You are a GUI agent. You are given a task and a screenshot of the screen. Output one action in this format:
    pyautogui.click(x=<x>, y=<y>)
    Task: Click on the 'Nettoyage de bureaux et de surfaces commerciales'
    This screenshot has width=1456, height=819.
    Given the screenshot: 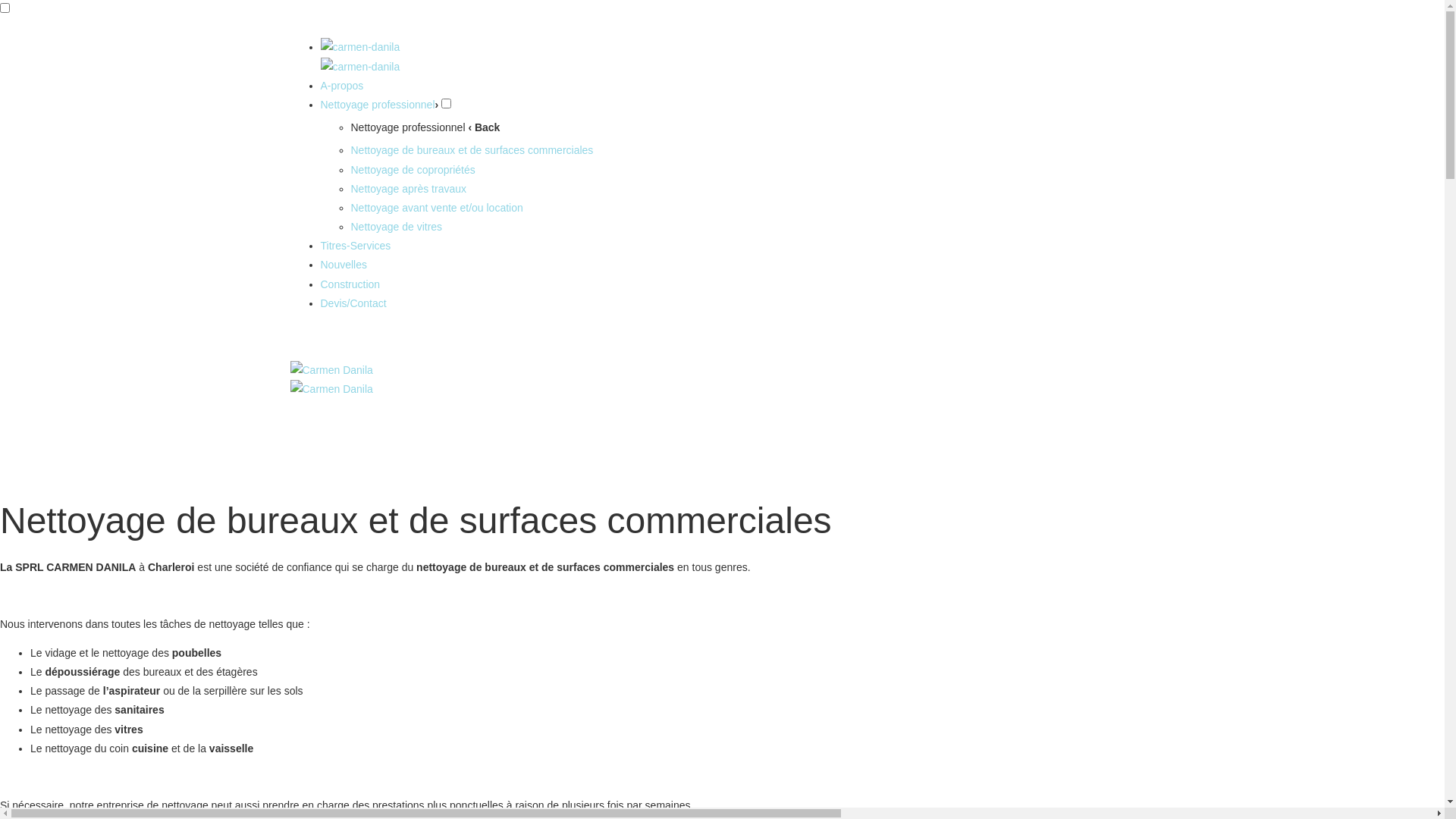 What is the action you would take?
    pyautogui.click(x=471, y=149)
    